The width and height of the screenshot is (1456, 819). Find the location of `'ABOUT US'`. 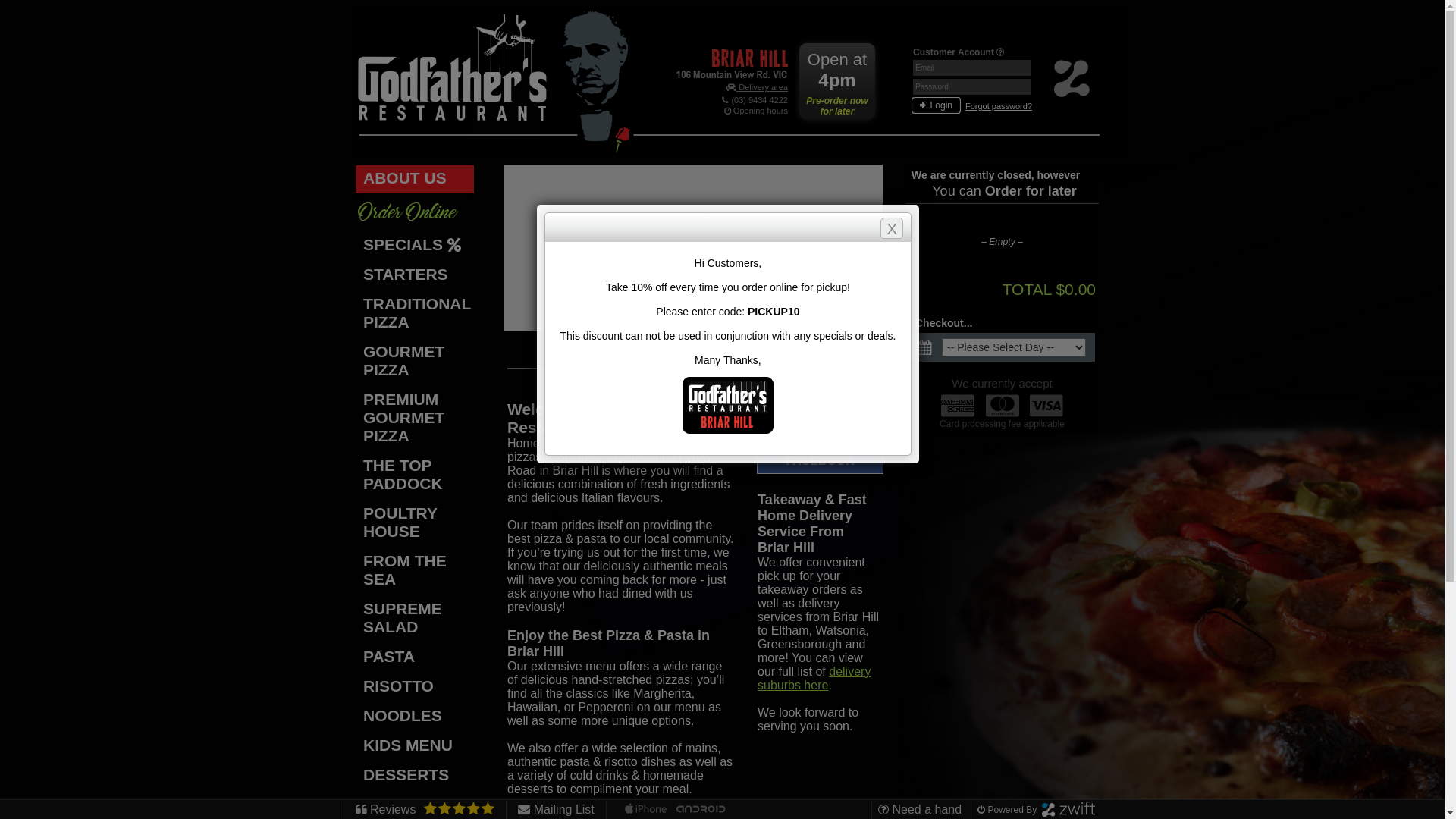

'ABOUT US' is located at coordinates (415, 178).